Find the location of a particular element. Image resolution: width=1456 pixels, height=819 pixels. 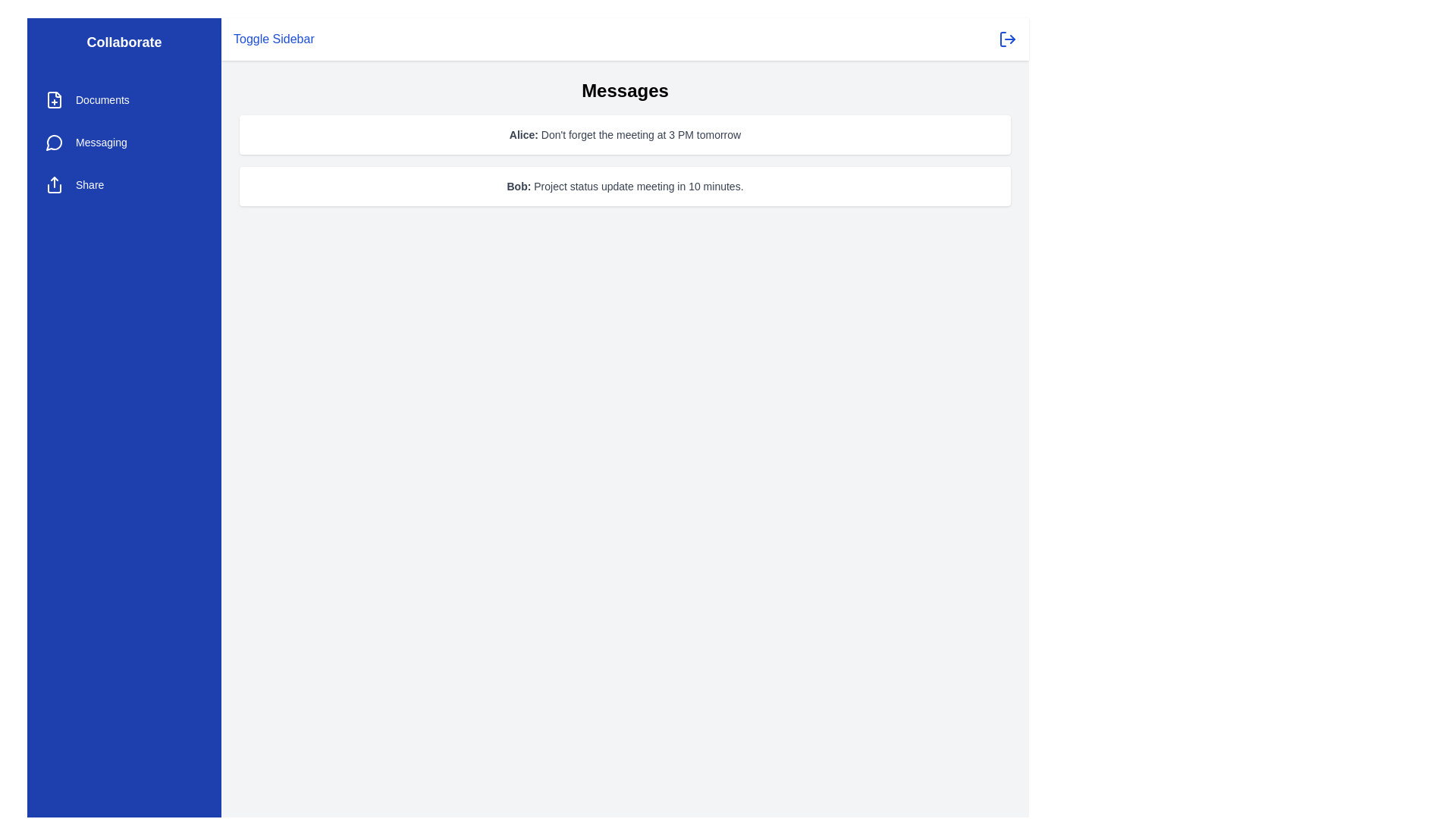

the second menu item in the left sidebar is located at coordinates (124, 143).